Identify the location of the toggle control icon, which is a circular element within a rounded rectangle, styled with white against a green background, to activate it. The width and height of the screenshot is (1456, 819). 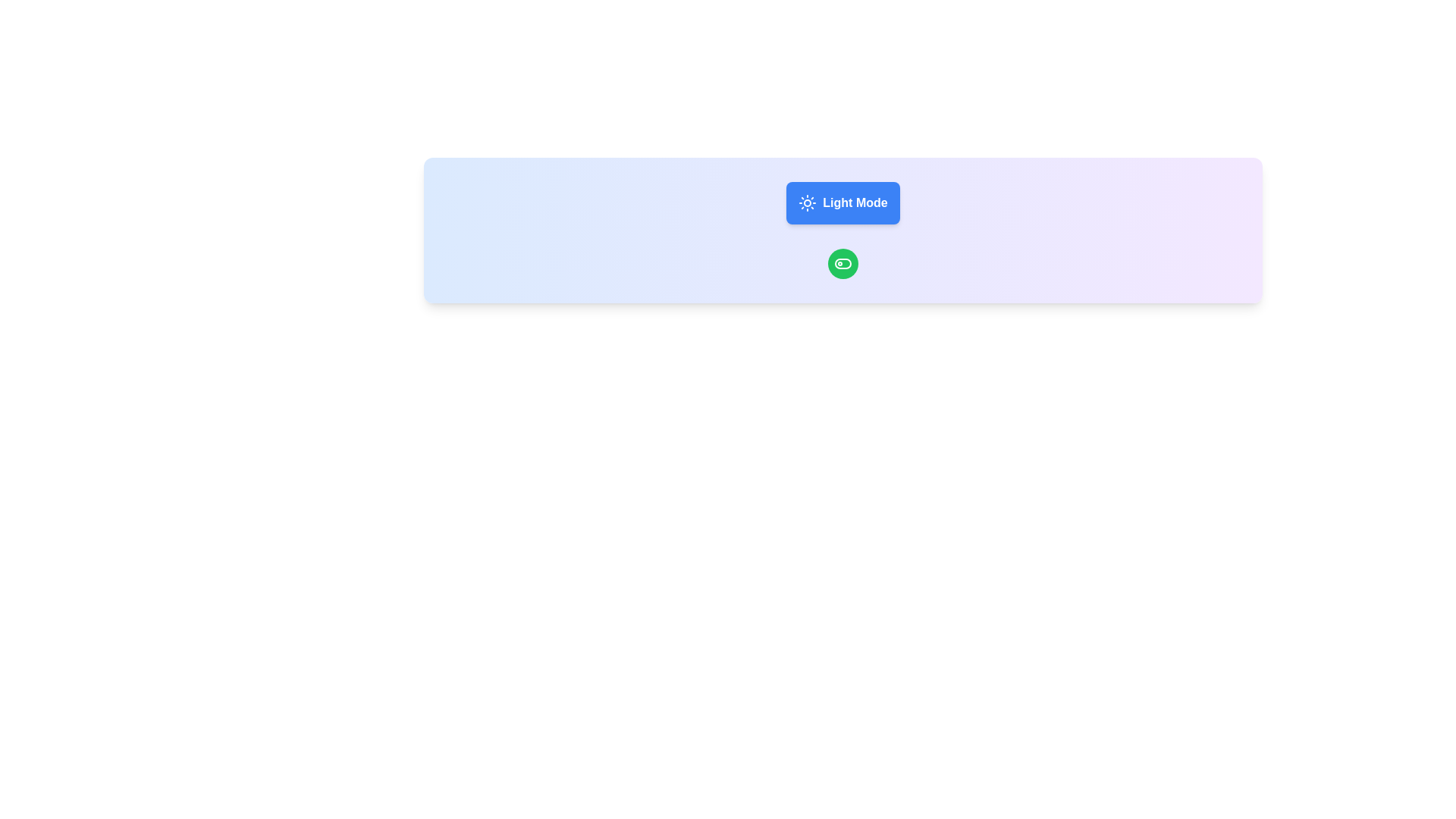
(843, 262).